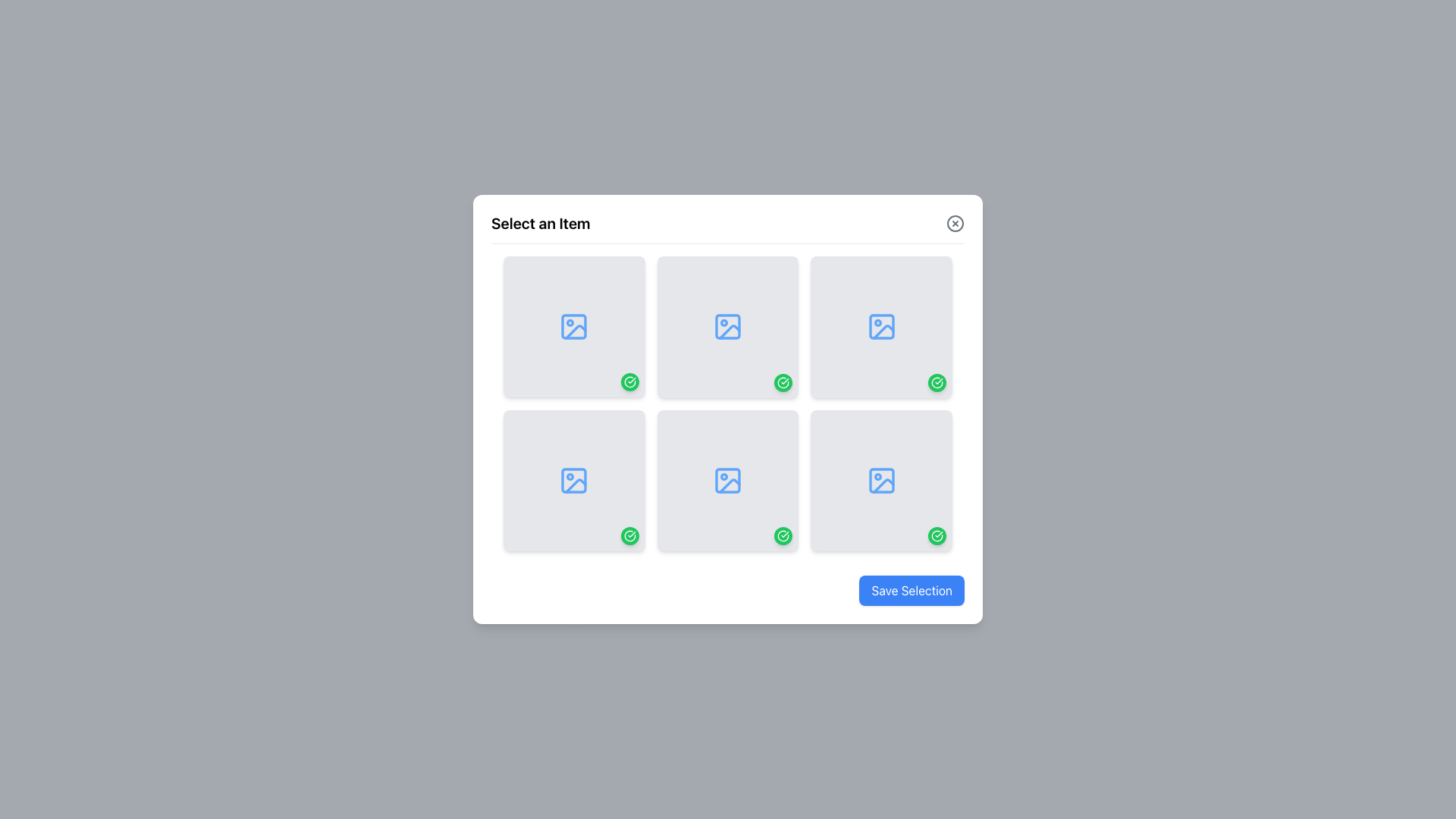 The width and height of the screenshot is (1456, 819). I want to click on the close button located in the top-right corner of the 'Select an Item' dialog to change its appearance, so click(954, 222).